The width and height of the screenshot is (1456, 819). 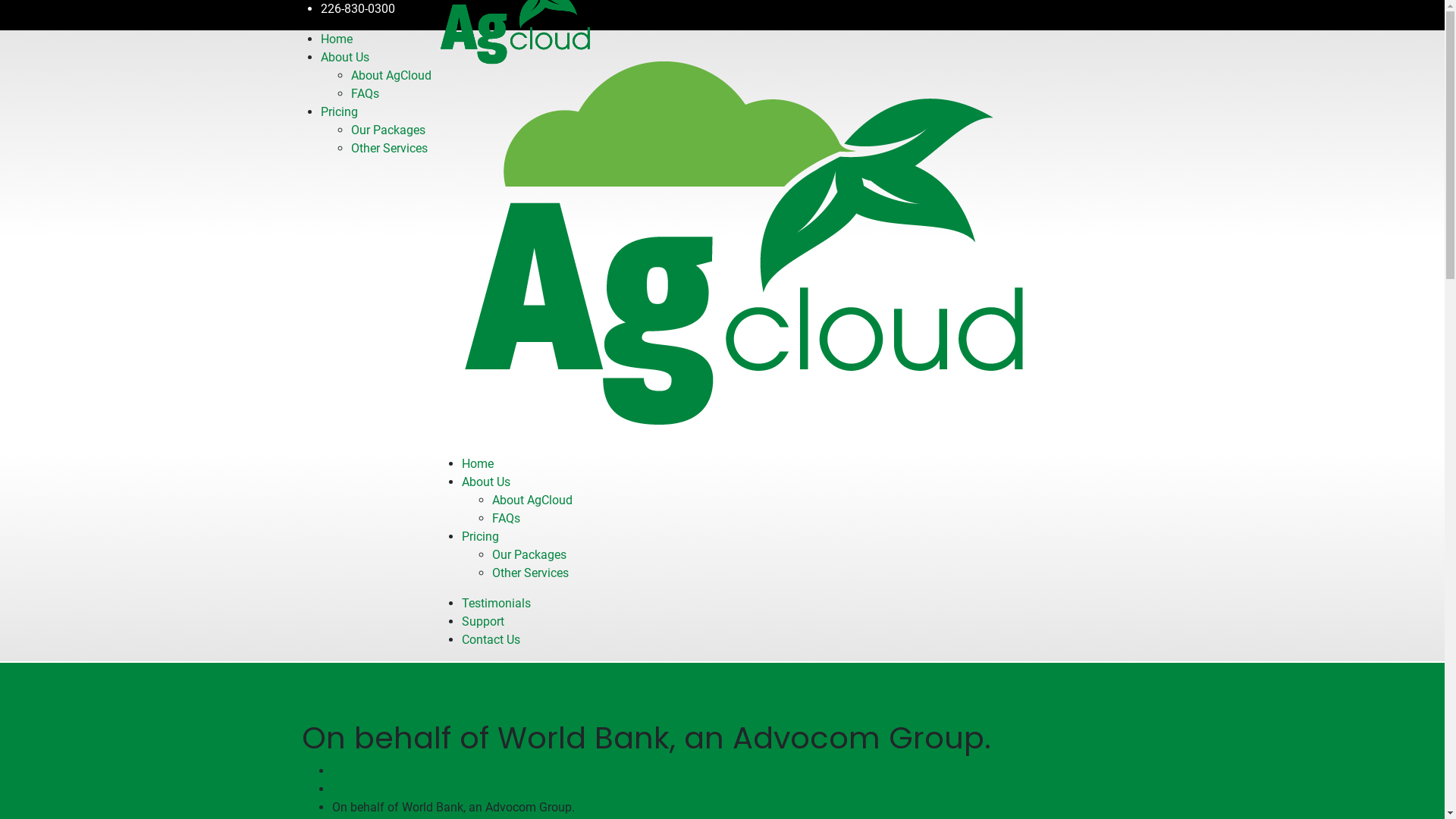 What do you see at coordinates (531, 500) in the screenshot?
I see `'About AgCloud'` at bounding box center [531, 500].